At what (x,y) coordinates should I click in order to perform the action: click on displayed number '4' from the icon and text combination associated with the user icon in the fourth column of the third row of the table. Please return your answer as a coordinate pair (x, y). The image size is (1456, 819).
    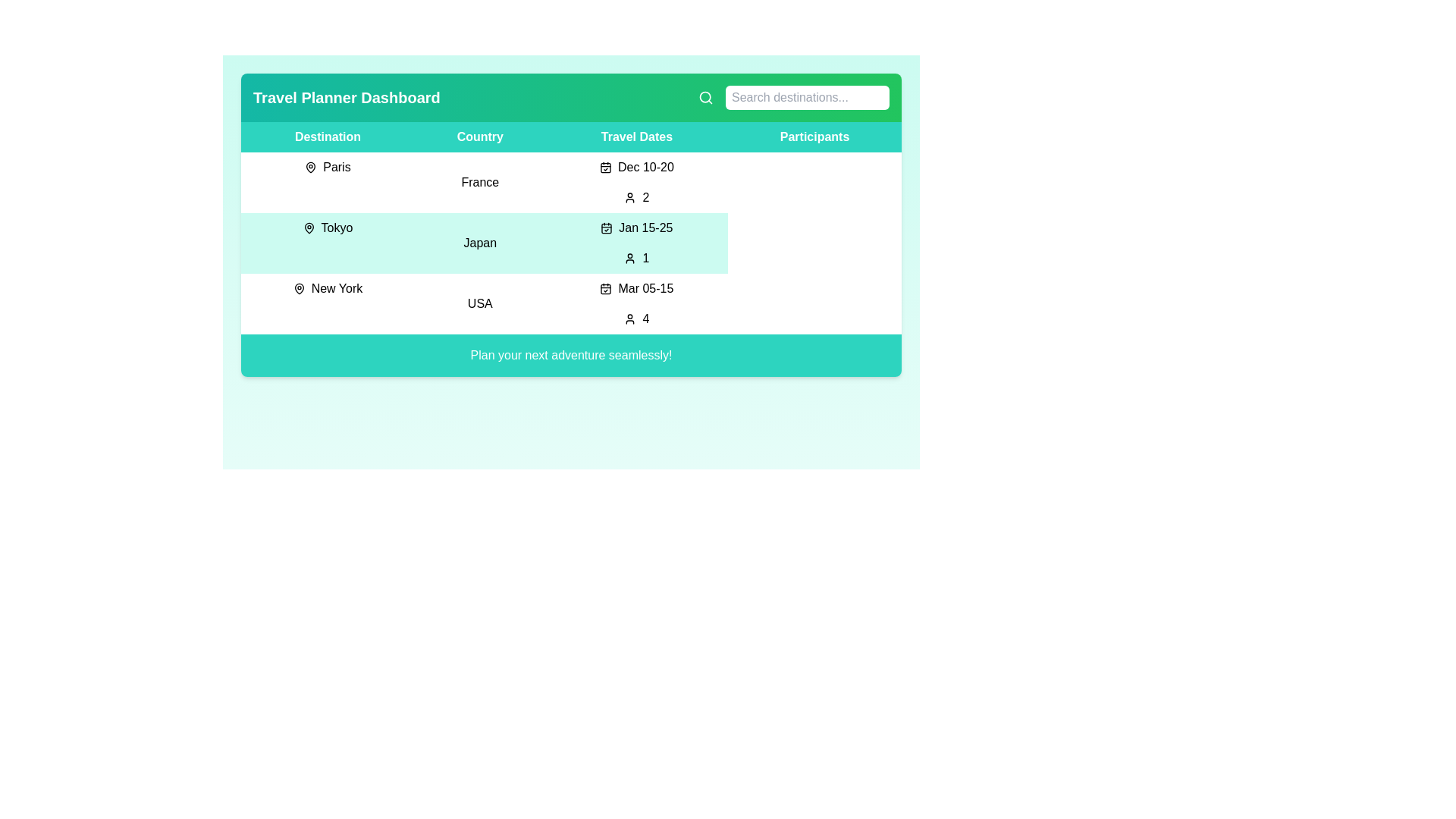
    Looking at the image, I should click on (637, 318).